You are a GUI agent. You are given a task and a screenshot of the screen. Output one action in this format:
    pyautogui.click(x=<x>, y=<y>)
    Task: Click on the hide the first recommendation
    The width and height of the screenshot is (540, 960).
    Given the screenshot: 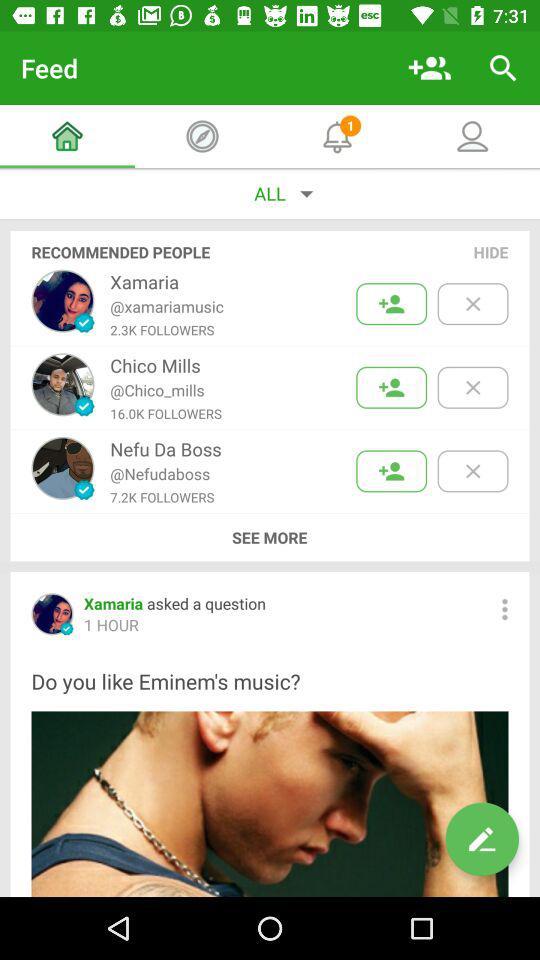 What is the action you would take?
    pyautogui.click(x=472, y=304)
    